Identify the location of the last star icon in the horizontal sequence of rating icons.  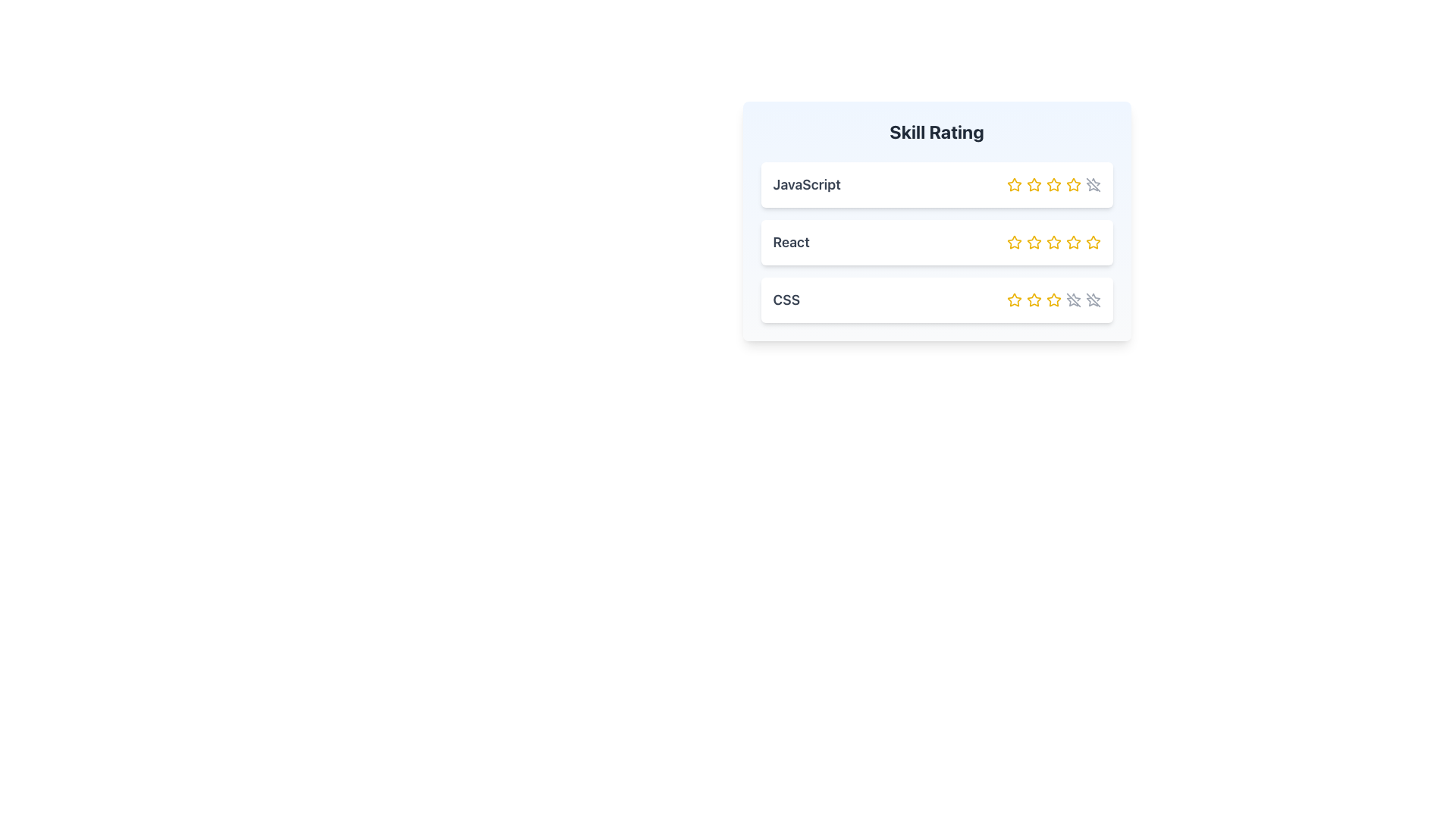
(1072, 300).